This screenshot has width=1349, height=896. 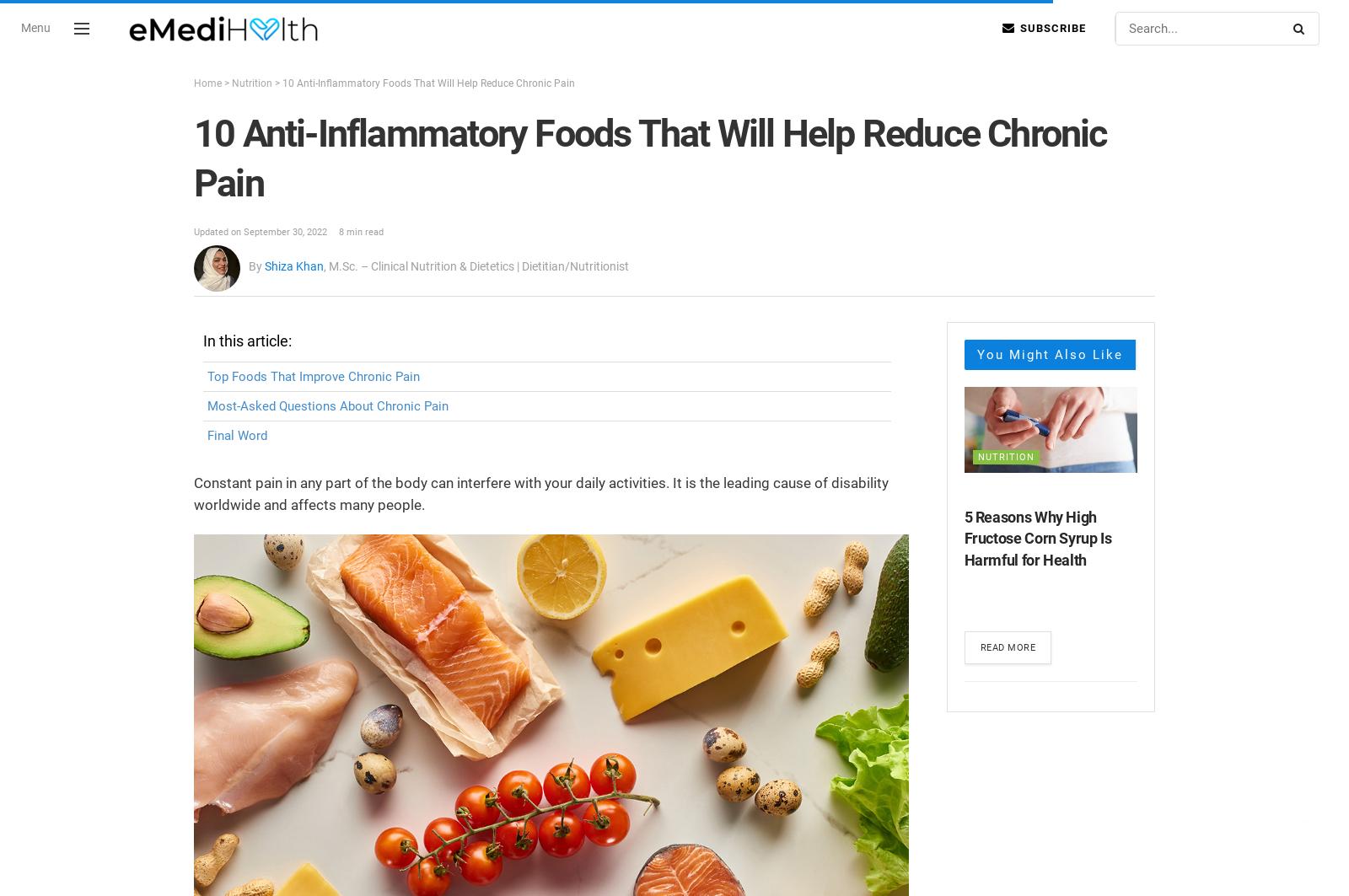 I want to click on 'M.Sc. – Clinical Nutrition & Dietetics', so click(x=421, y=266).